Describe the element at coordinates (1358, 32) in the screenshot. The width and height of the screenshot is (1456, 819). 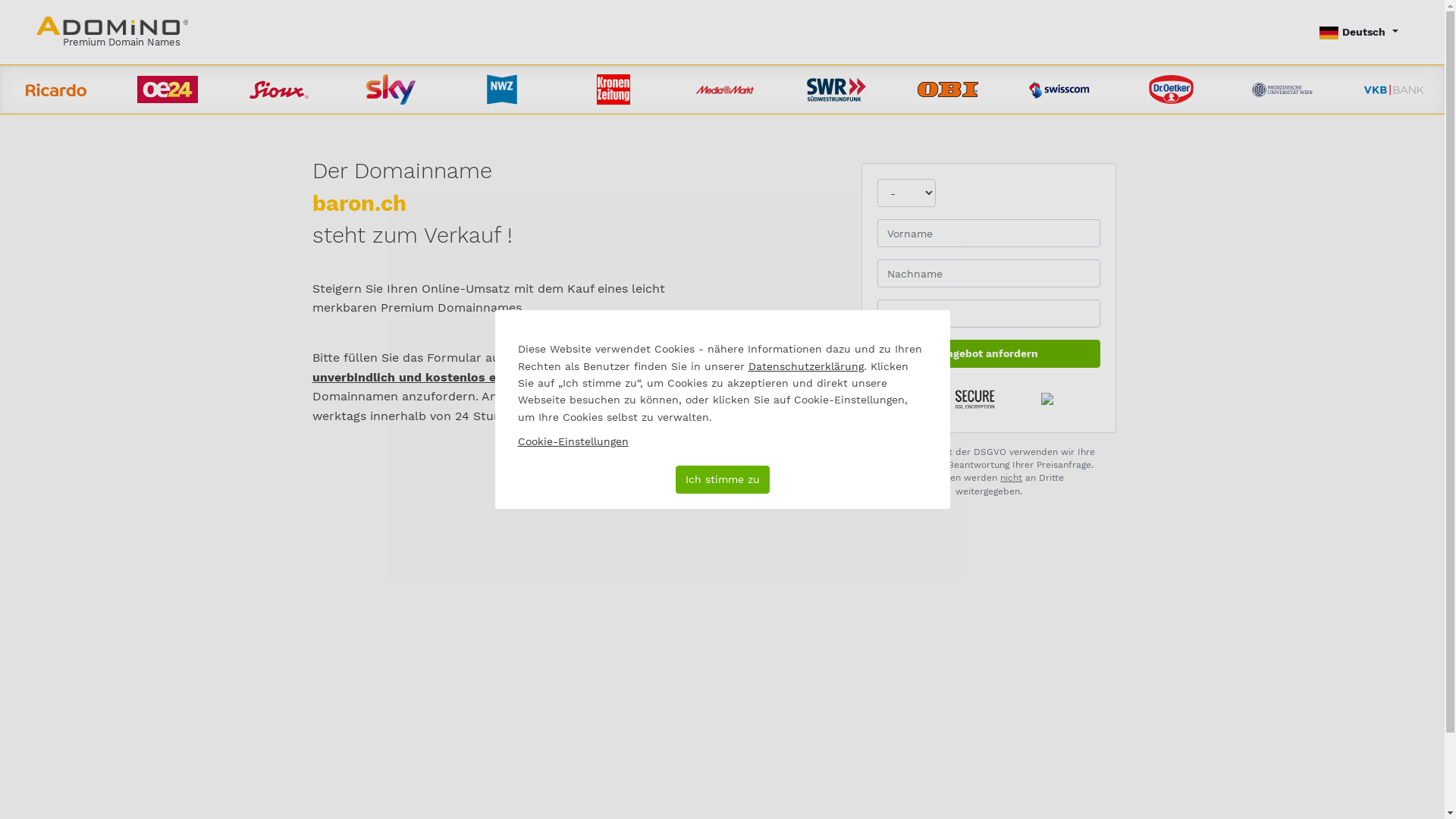
I see `'Deutsch'` at that location.